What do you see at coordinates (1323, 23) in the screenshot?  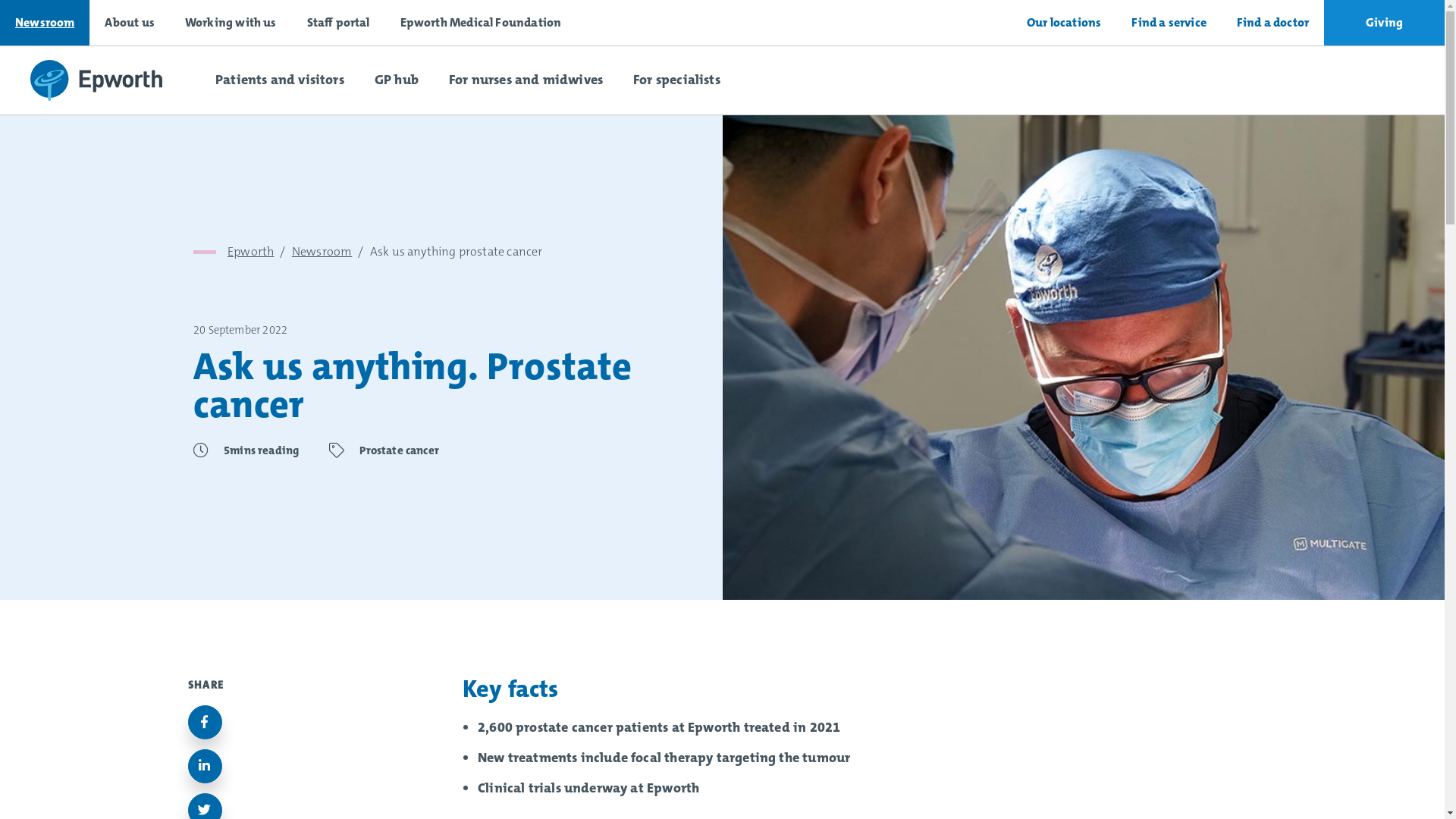 I see `'Giving'` at bounding box center [1323, 23].